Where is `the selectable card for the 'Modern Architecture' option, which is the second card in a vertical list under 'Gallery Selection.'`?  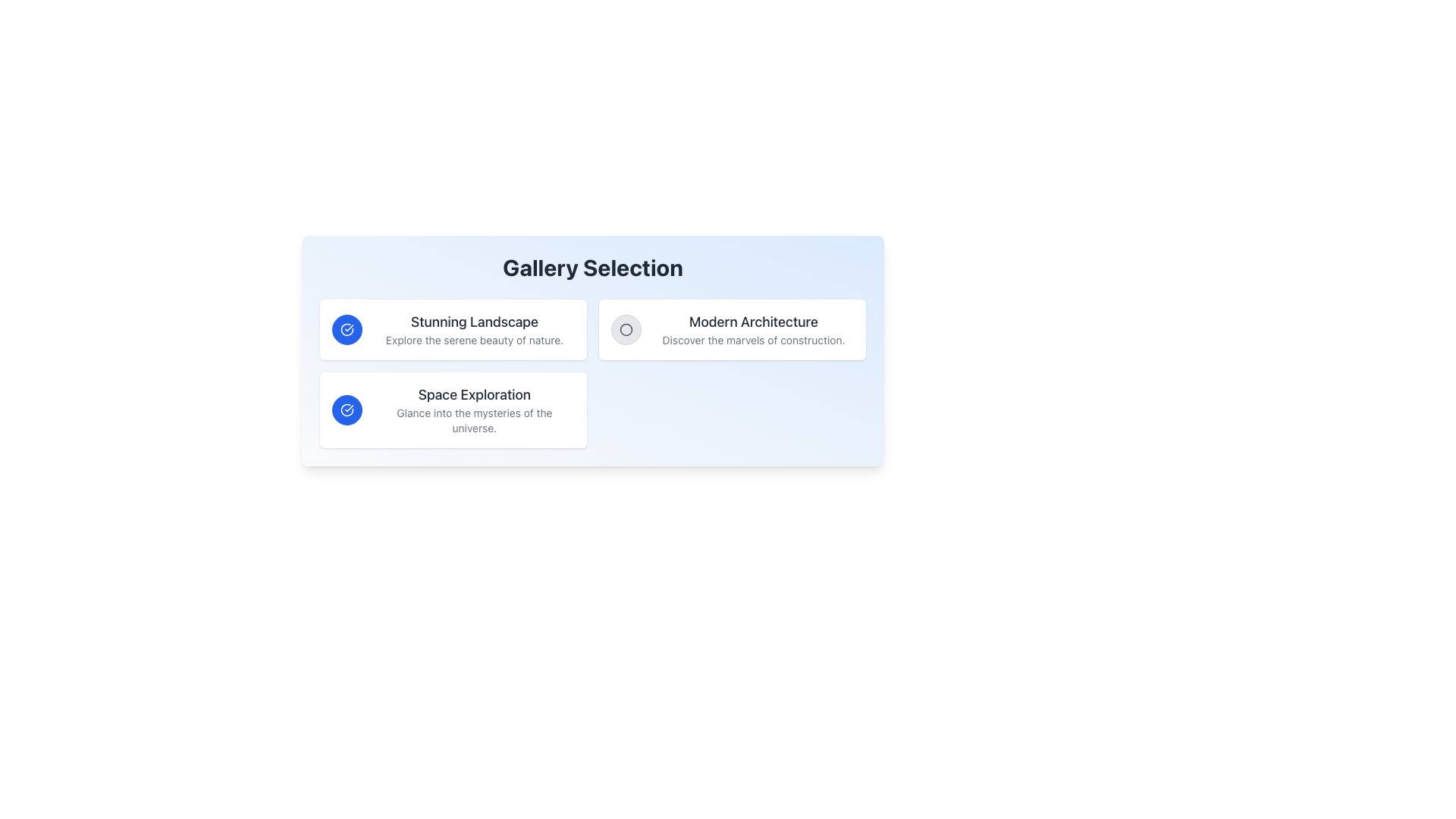 the selectable card for the 'Modern Architecture' option, which is the second card in a vertical list under 'Gallery Selection.' is located at coordinates (732, 329).